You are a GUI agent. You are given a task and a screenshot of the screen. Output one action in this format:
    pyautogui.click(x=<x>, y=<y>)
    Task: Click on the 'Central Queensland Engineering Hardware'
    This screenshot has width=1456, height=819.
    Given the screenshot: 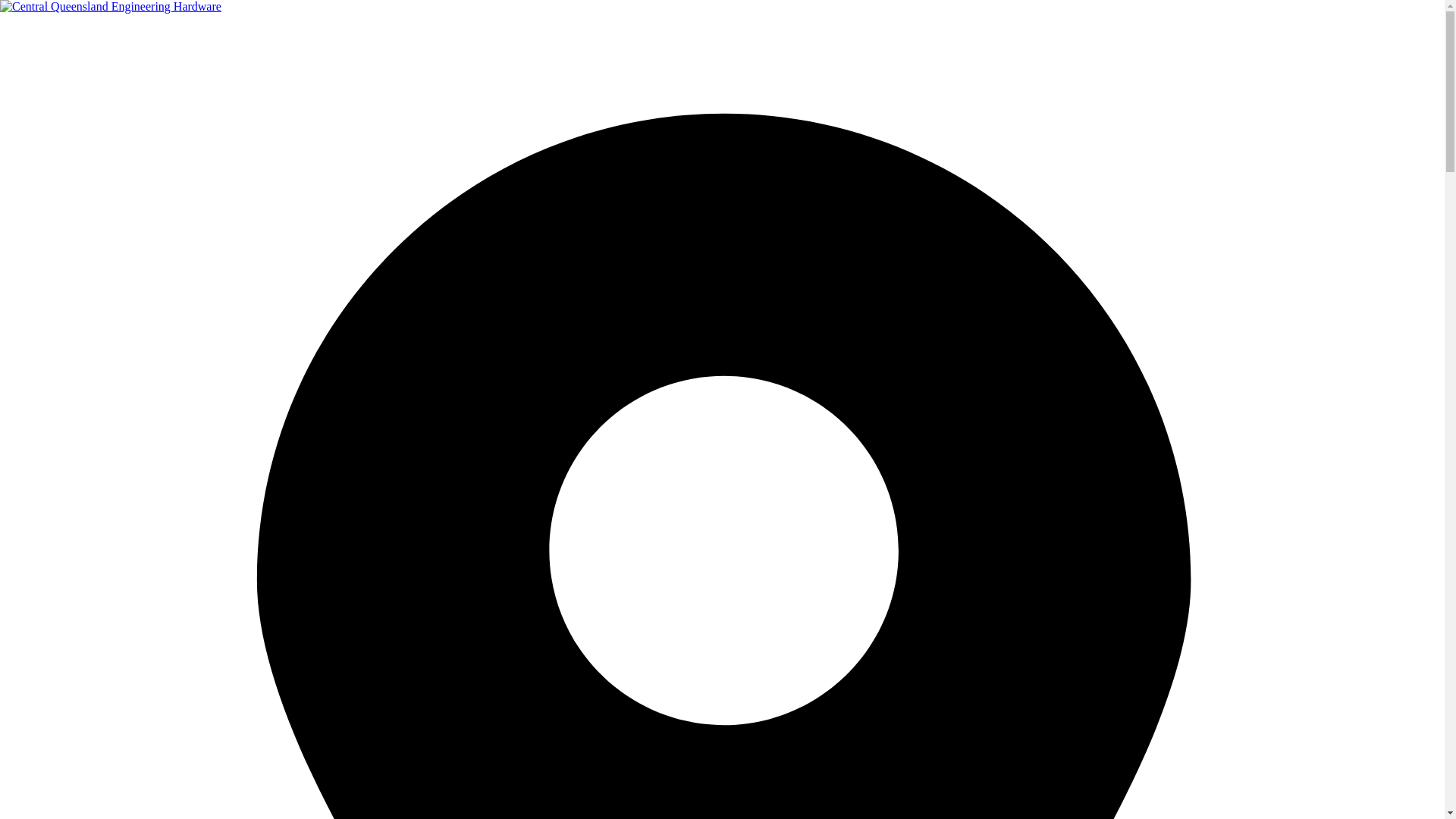 What is the action you would take?
    pyautogui.click(x=109, y=6)
    